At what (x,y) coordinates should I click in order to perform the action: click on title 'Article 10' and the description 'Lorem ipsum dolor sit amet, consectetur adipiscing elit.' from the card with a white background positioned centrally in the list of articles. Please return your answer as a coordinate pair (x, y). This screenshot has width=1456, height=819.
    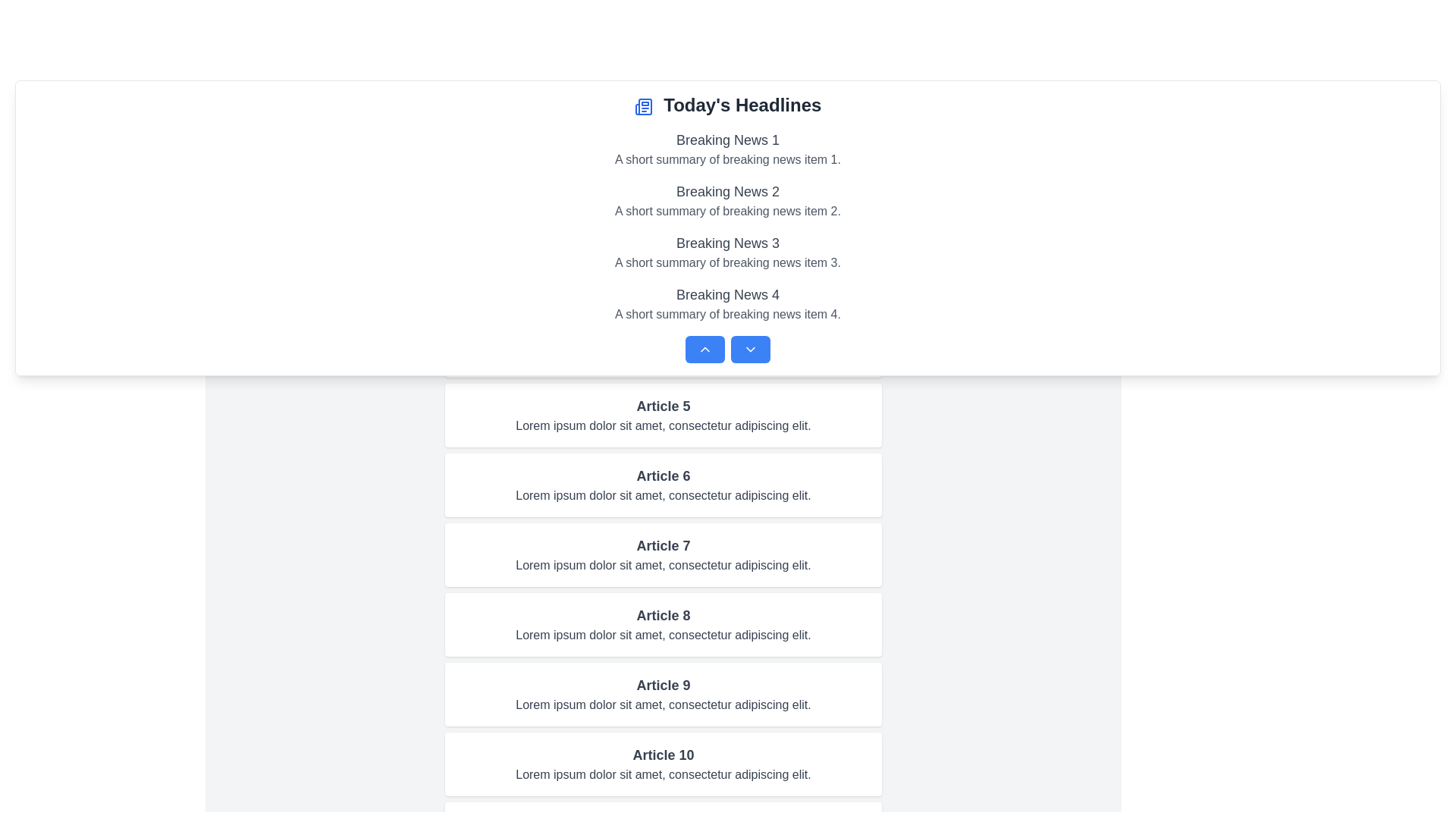
    Looking at the image, I should click on (663, 764).